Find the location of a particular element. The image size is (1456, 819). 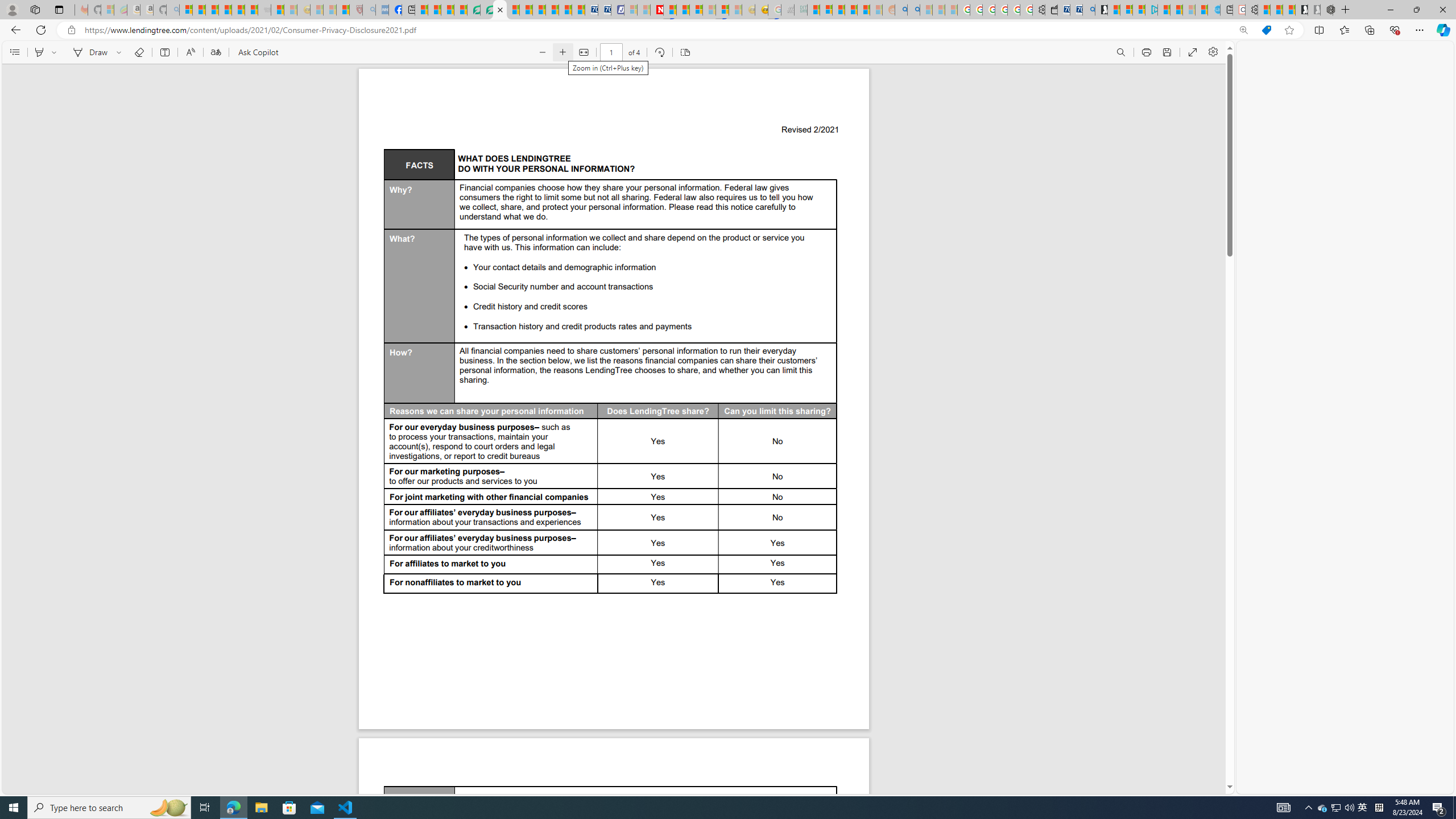

'Highlight' is located at coordinates (39, 52).